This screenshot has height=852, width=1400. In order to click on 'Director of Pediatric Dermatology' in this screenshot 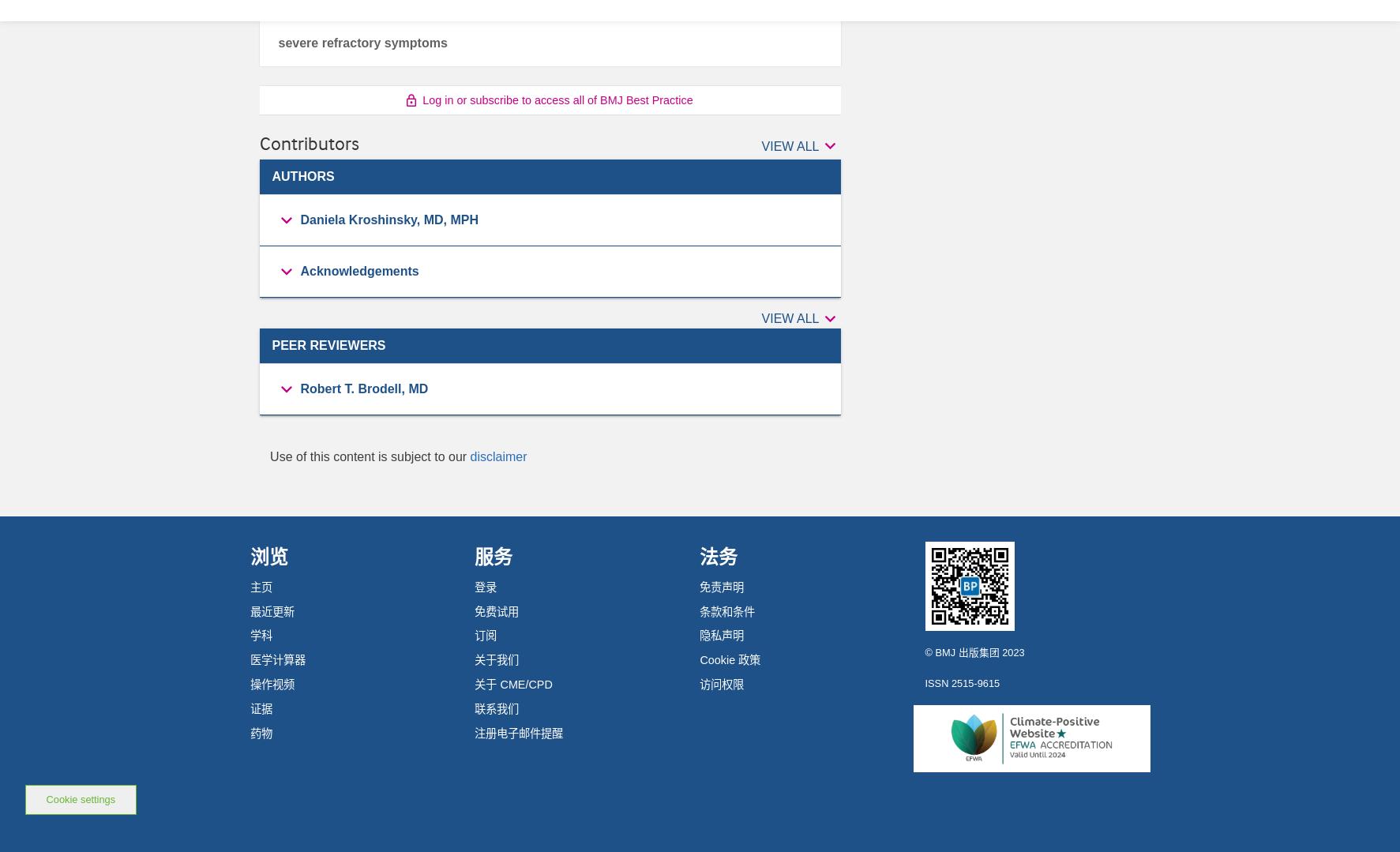, I will do `click(393, 464)`.